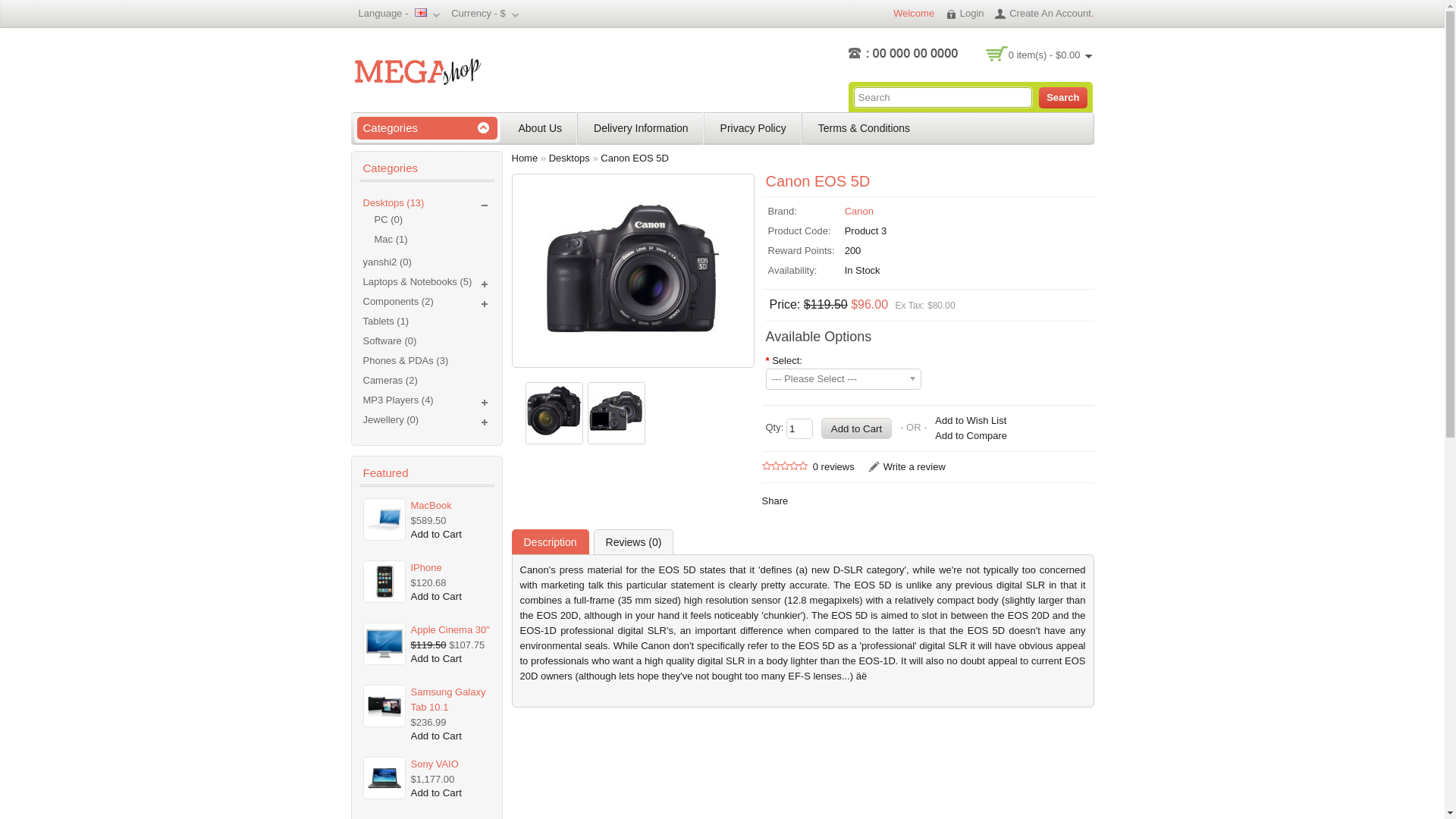 The width and height of the screenshot is (1456, 819). I want to click on 'Login', so click(944, 13).